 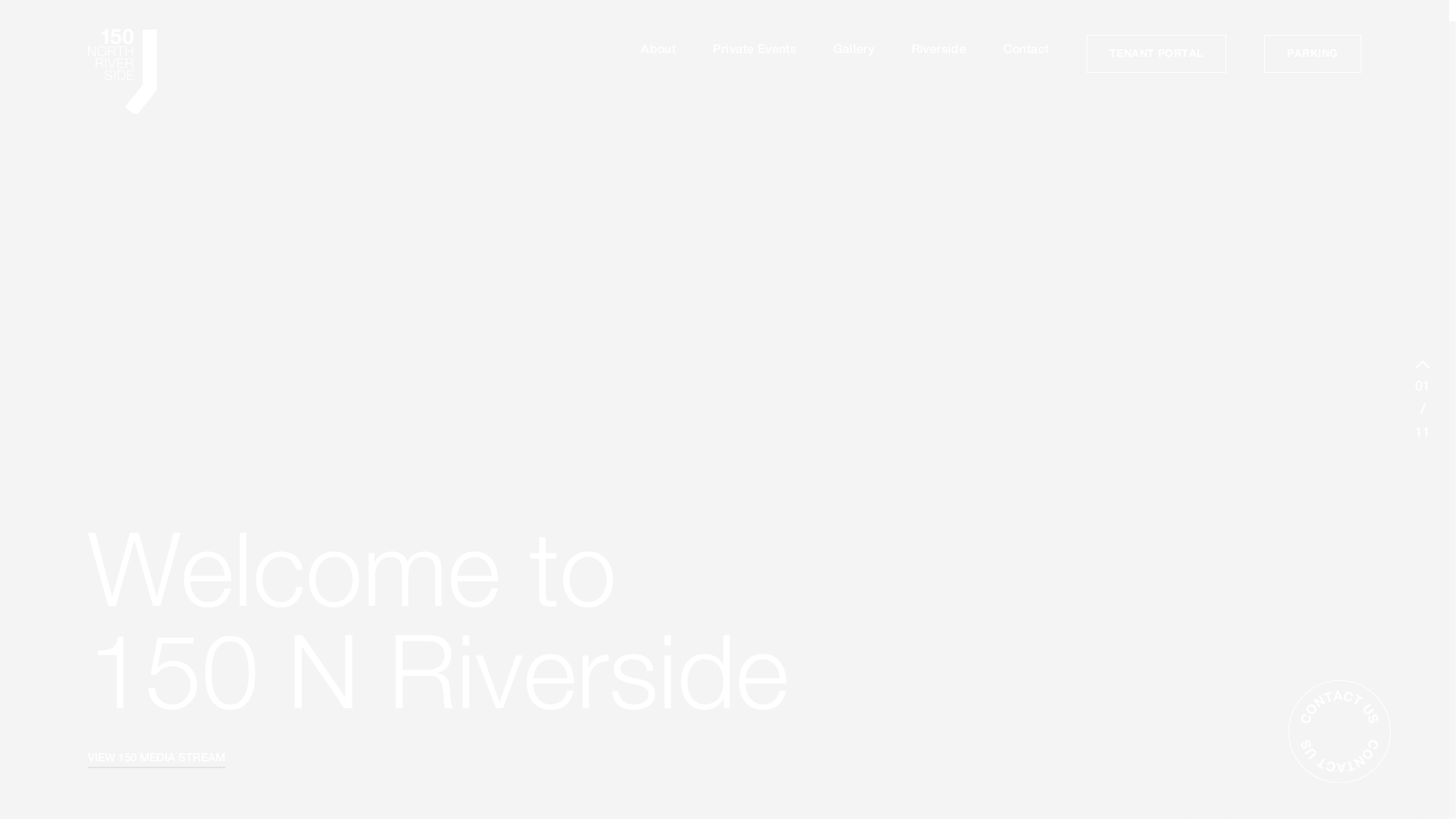 What do you see at coordinates (156, 758) in the screenshot?
I see `'VIEW 150 MEDIA STREAM'` at bounding box center [156, 758].